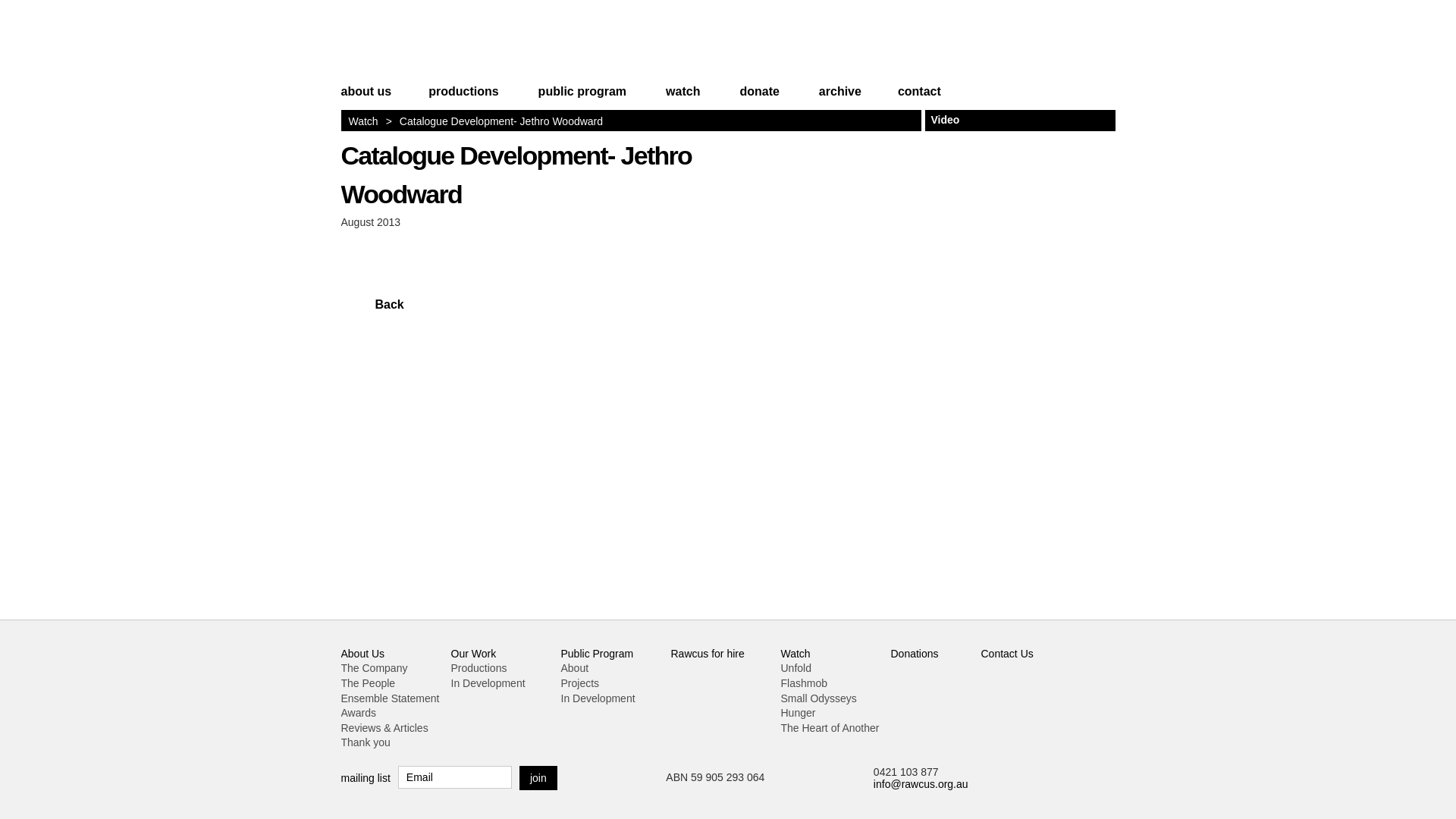  Describe the element at coordinates (574, 667) in the screenshot. I see `'About'` at that location.